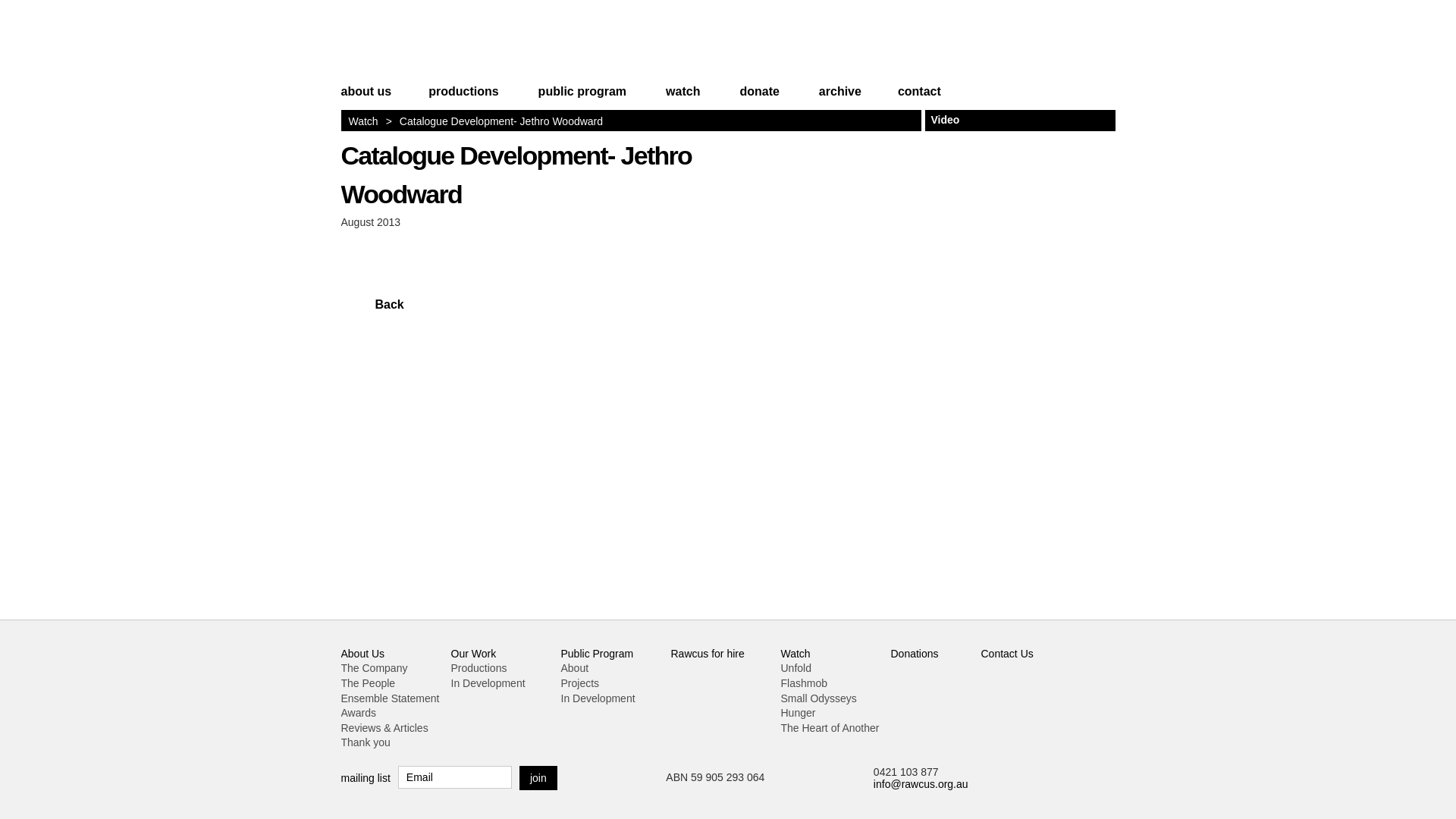  Describe the element at coordinates (574, 667) in the screenshot. I see `'About'` at that location.